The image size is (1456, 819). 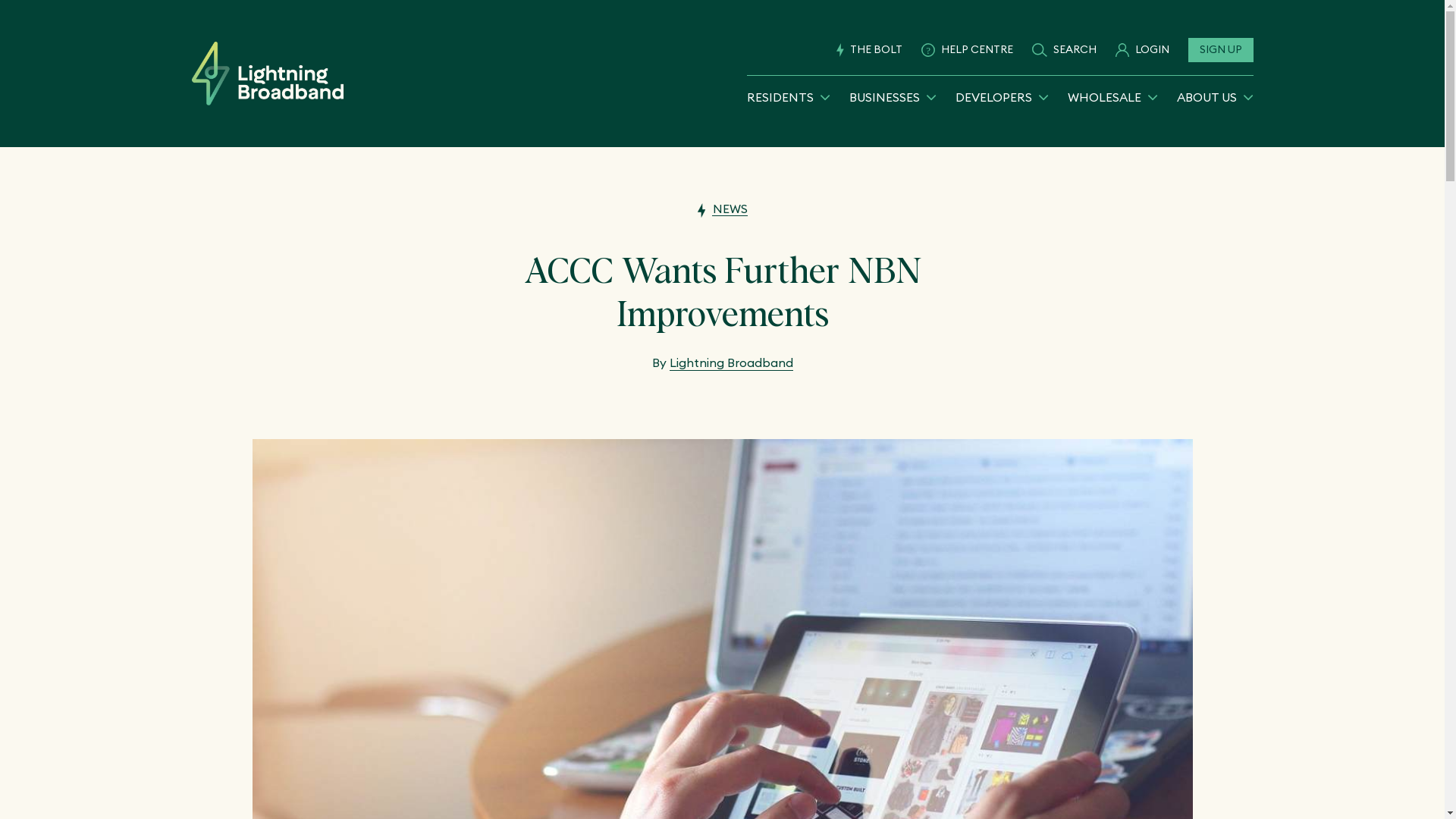 I want to click on 'LOGIN', so click(x=1141, y=49).